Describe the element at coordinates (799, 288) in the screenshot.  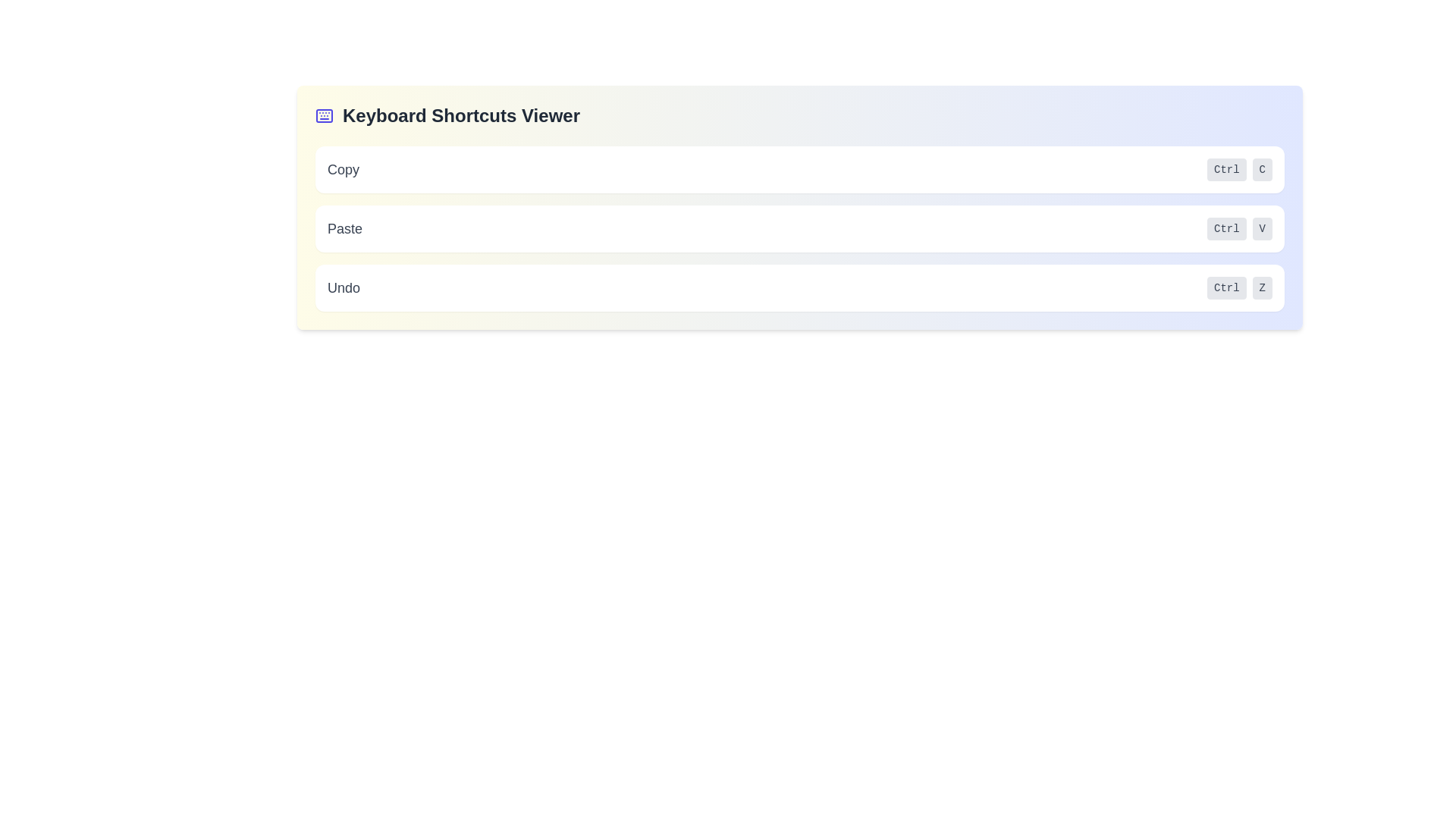
I see `displayed information in the third informational block that describes the 'Undo' functionality and its keyboard shortcut 'Ctrl Z'` at that location.